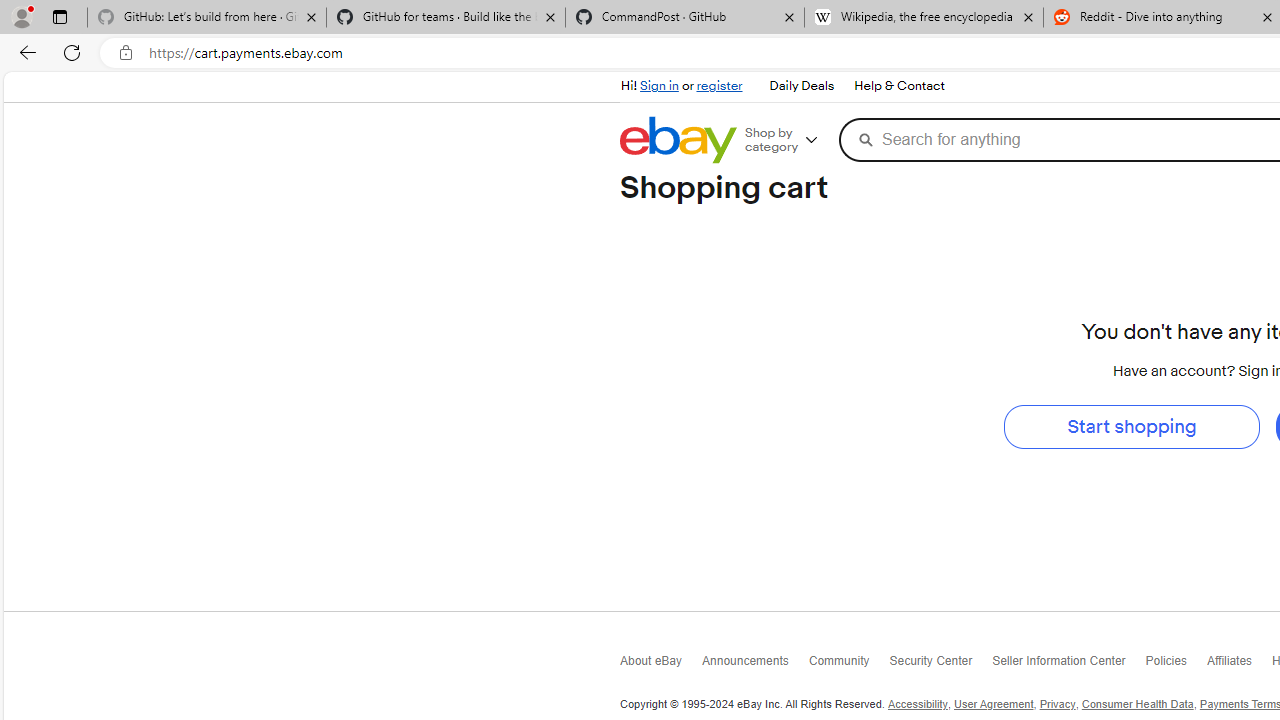 This screenshot has height=720, width=1280. What do you see at coordinates (800, 85) in the screenshot?
I see `'Daily Deals'` at bounding box center [800, 85].